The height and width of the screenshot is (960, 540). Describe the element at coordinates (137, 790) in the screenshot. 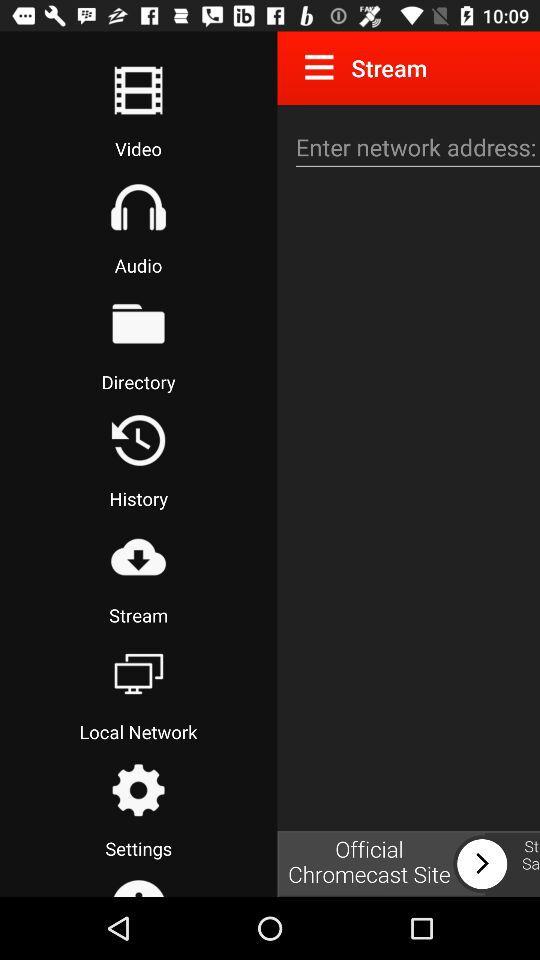

I see `the settings icon` at that location.